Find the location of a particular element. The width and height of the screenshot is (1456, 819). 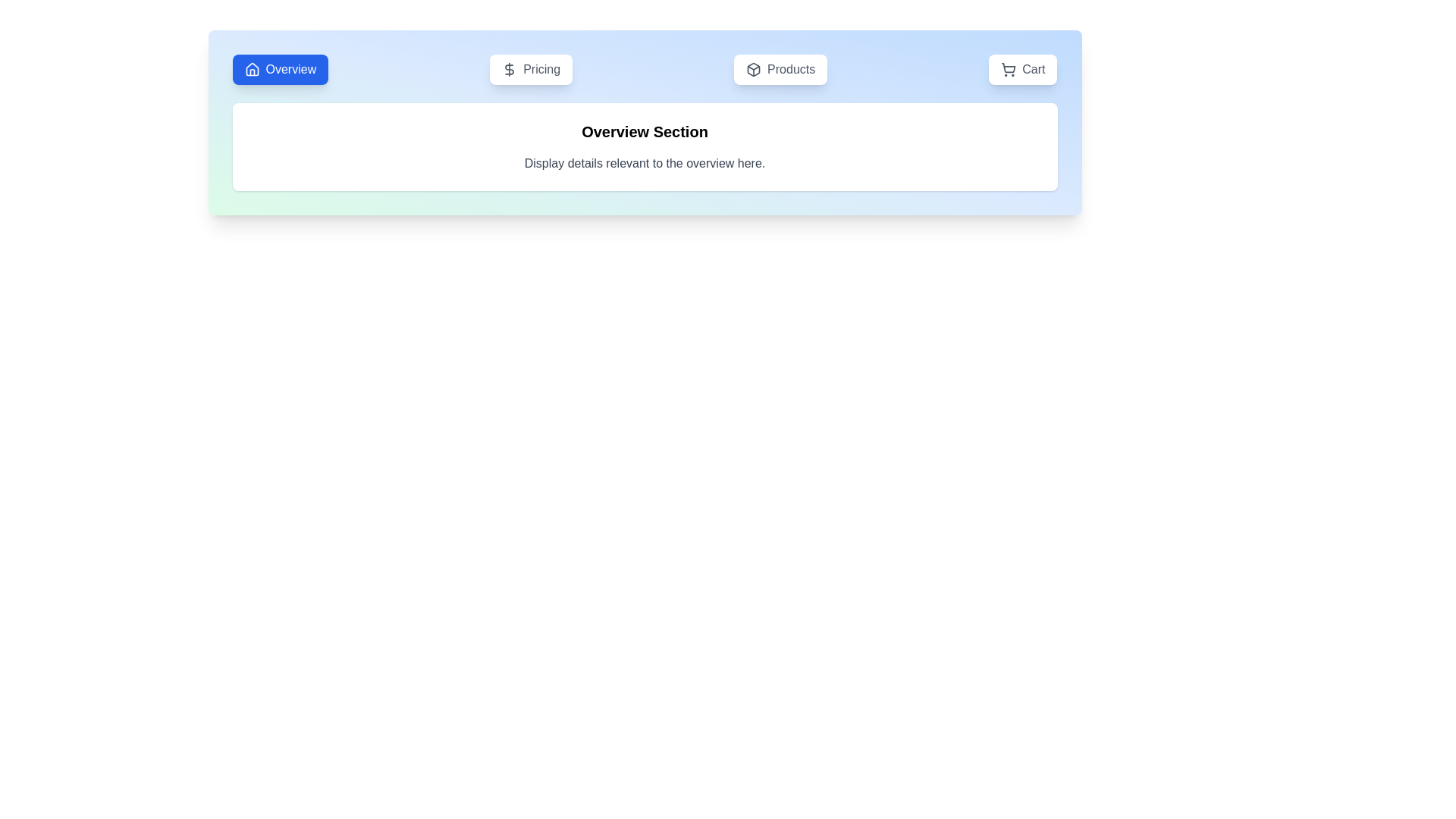

the button labeled Overview is located at coordinates (280, 70).